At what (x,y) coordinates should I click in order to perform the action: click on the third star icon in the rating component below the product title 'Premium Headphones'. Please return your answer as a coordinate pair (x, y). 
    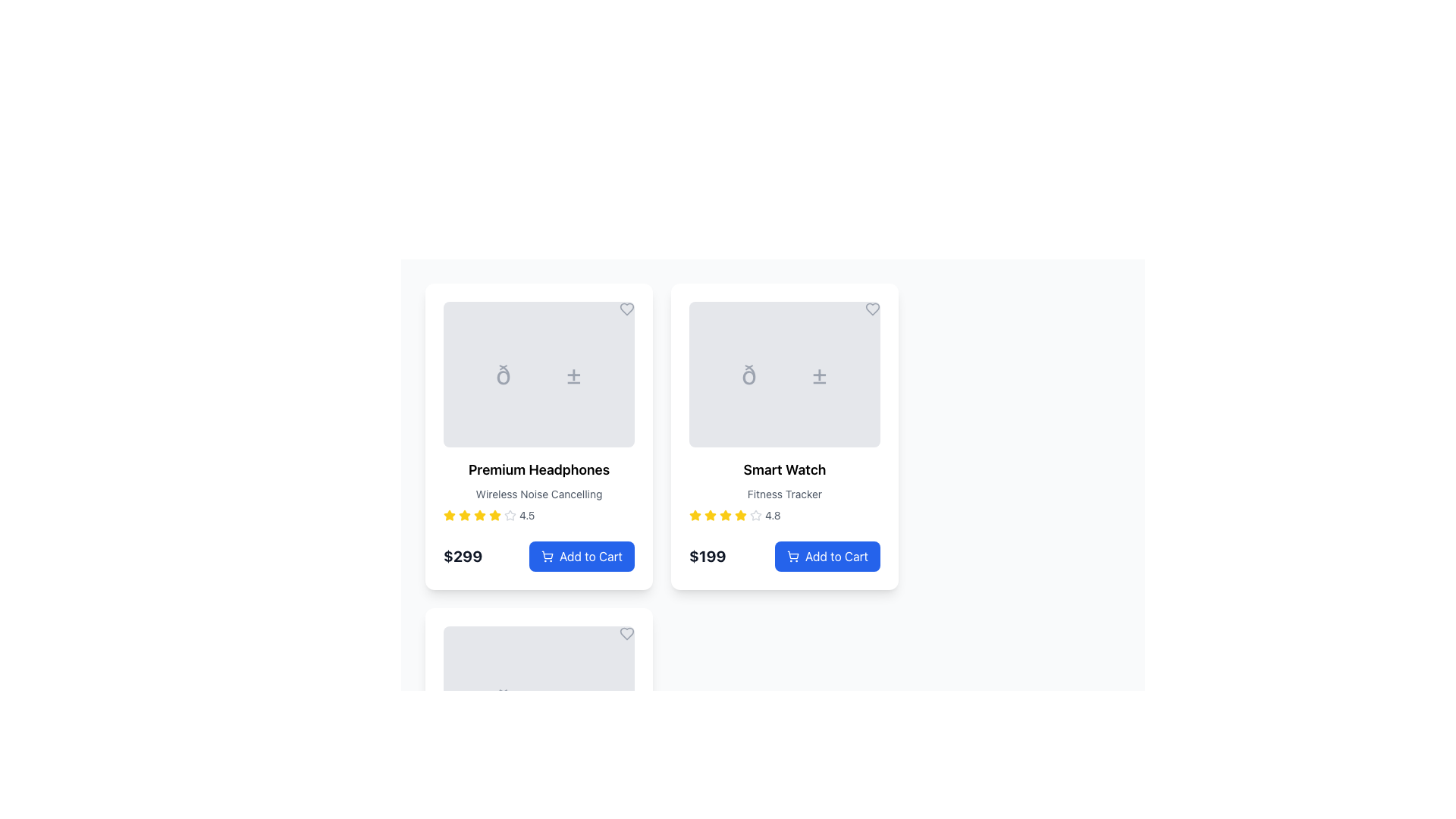
    Looking at the image, I should click on (464, 514).